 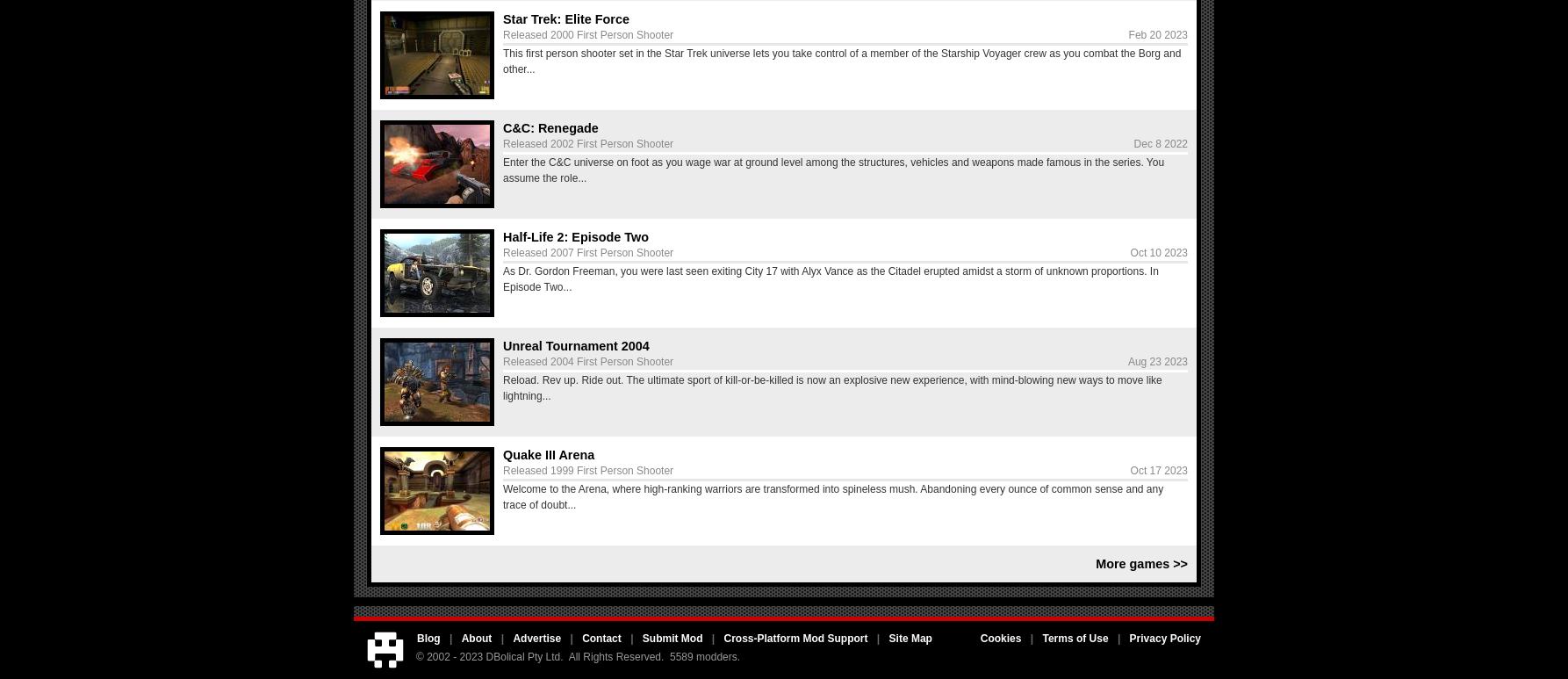 What do you see at coordinates (550, 128) in the screenshot?
I see `'C&C: Renegade'` at bounding box center [550, 128].